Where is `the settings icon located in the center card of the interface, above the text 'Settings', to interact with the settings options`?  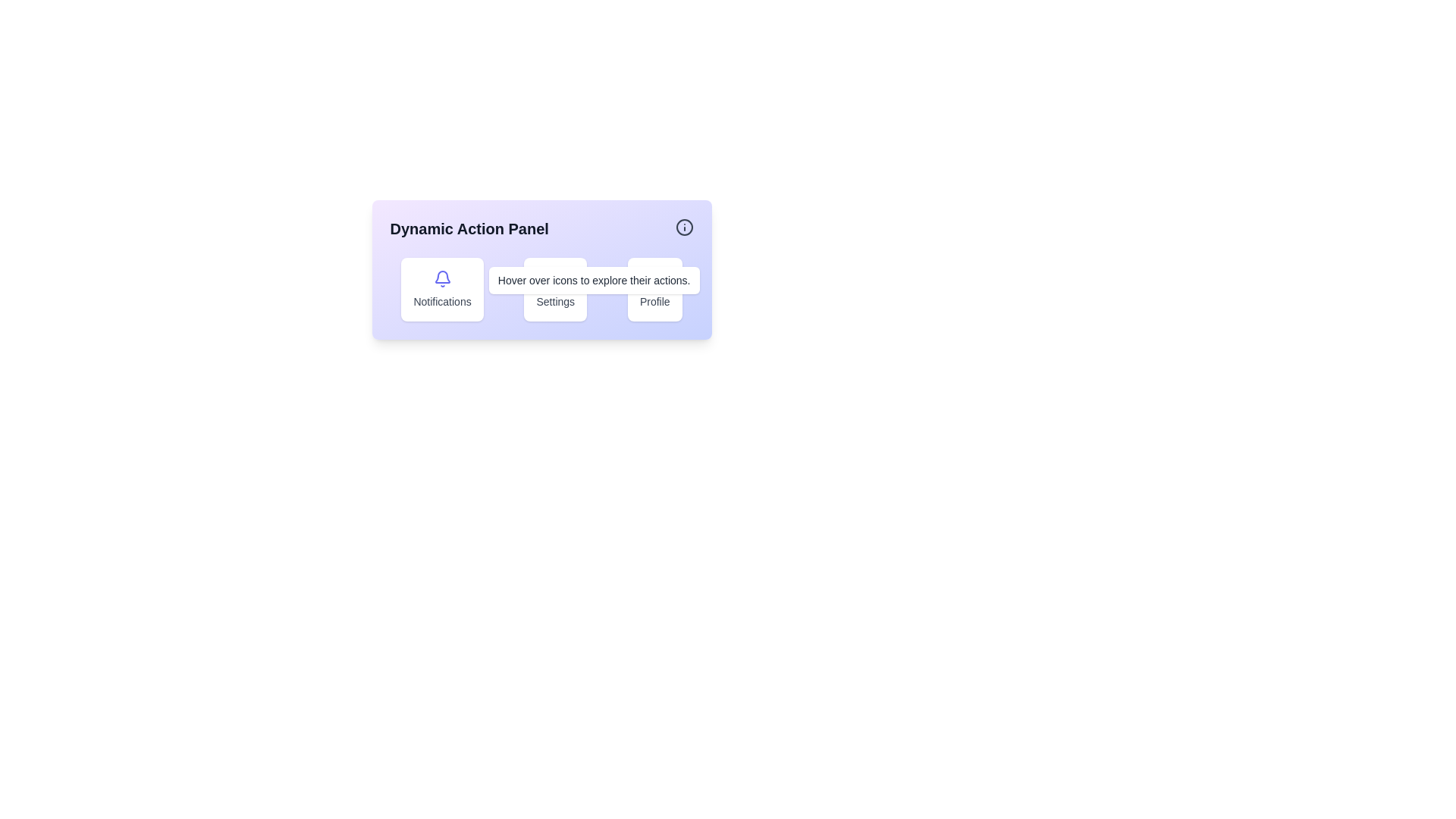 the settings icon located in the center card of the interface, above the text 'Settings', to interact with the settings options is located at coordinates (554, 278).